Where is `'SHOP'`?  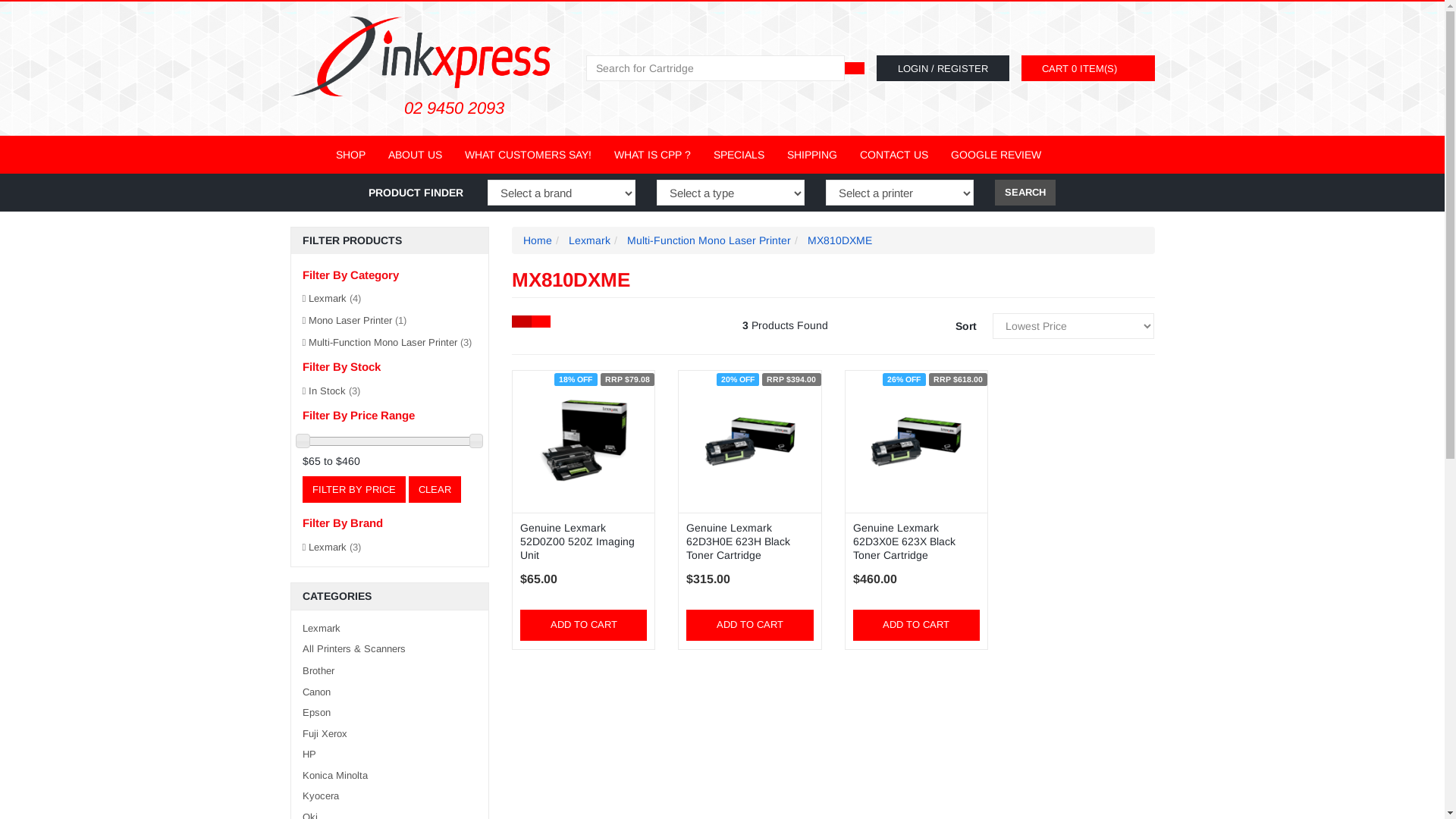 'SHOP' is located at coordinates (350, 155).